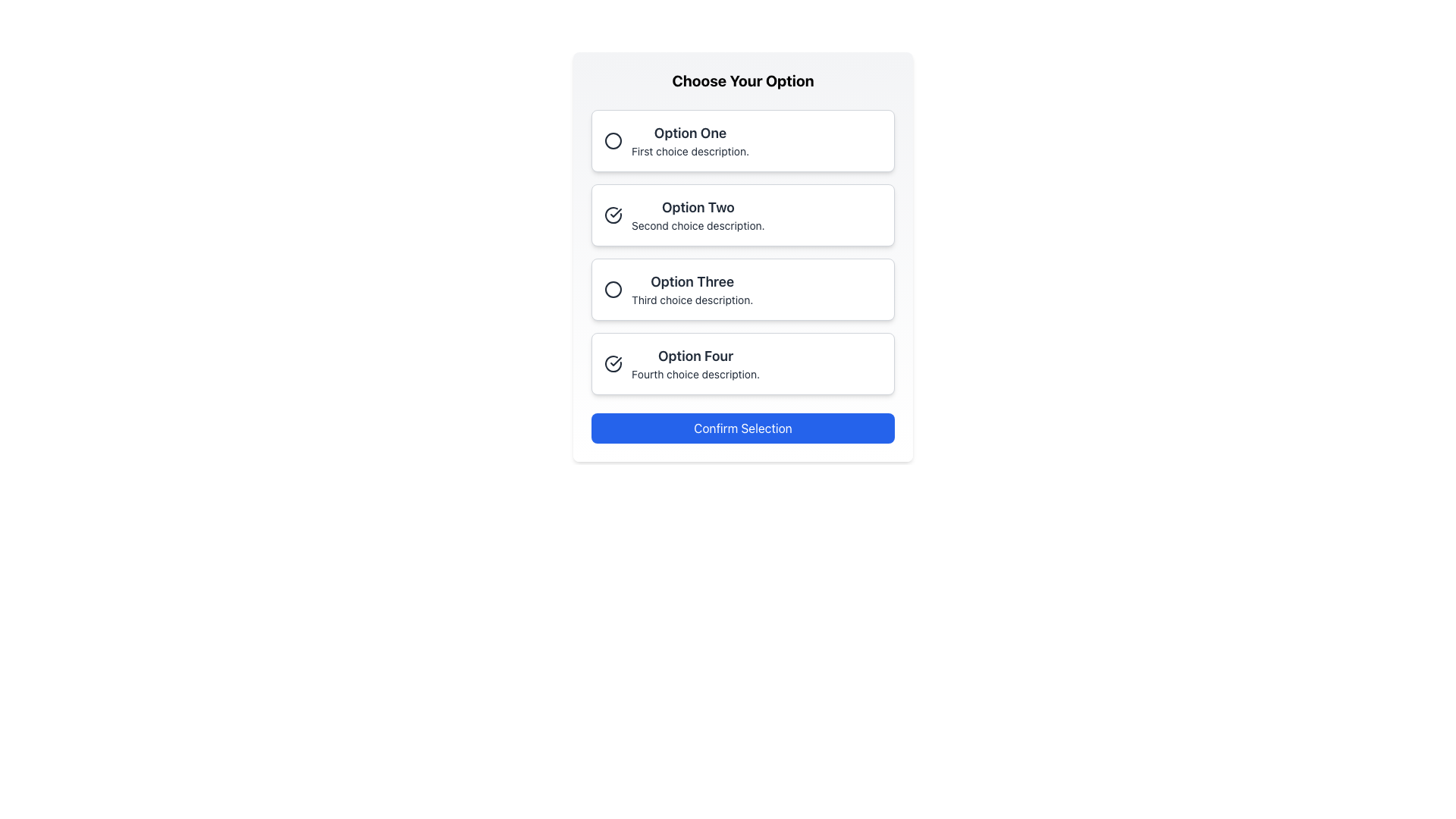 This screenshot has width=1456, height=819. What do you see at coordinates (689, 152) in the screenshot?
I see `the static text descriptor providing additional information about 'Option One', which is located directly under the title text of the first selectable option` at bounding box center [689, 152].